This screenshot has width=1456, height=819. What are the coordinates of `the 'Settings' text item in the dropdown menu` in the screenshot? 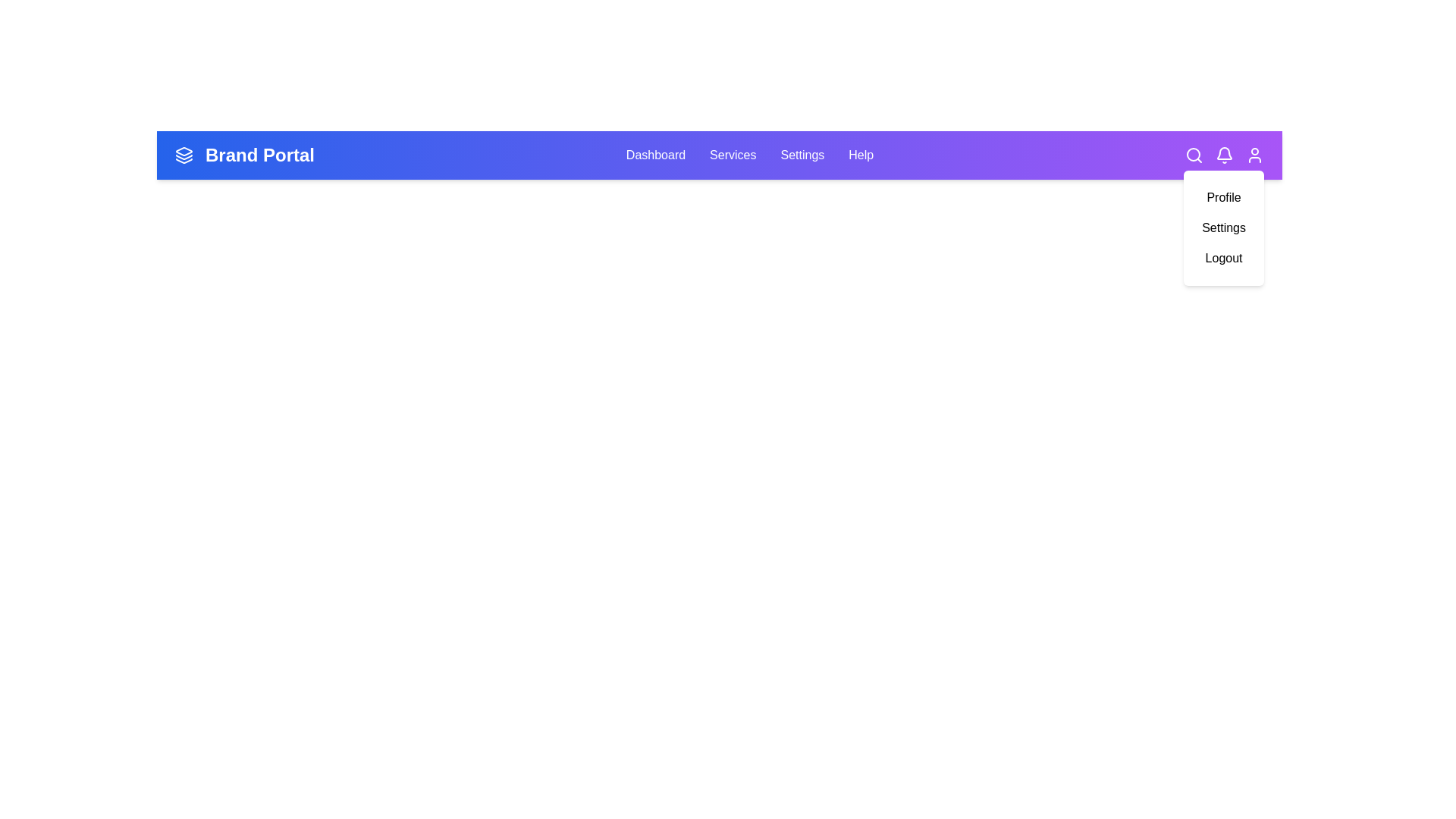 It's located at (1224, 227).